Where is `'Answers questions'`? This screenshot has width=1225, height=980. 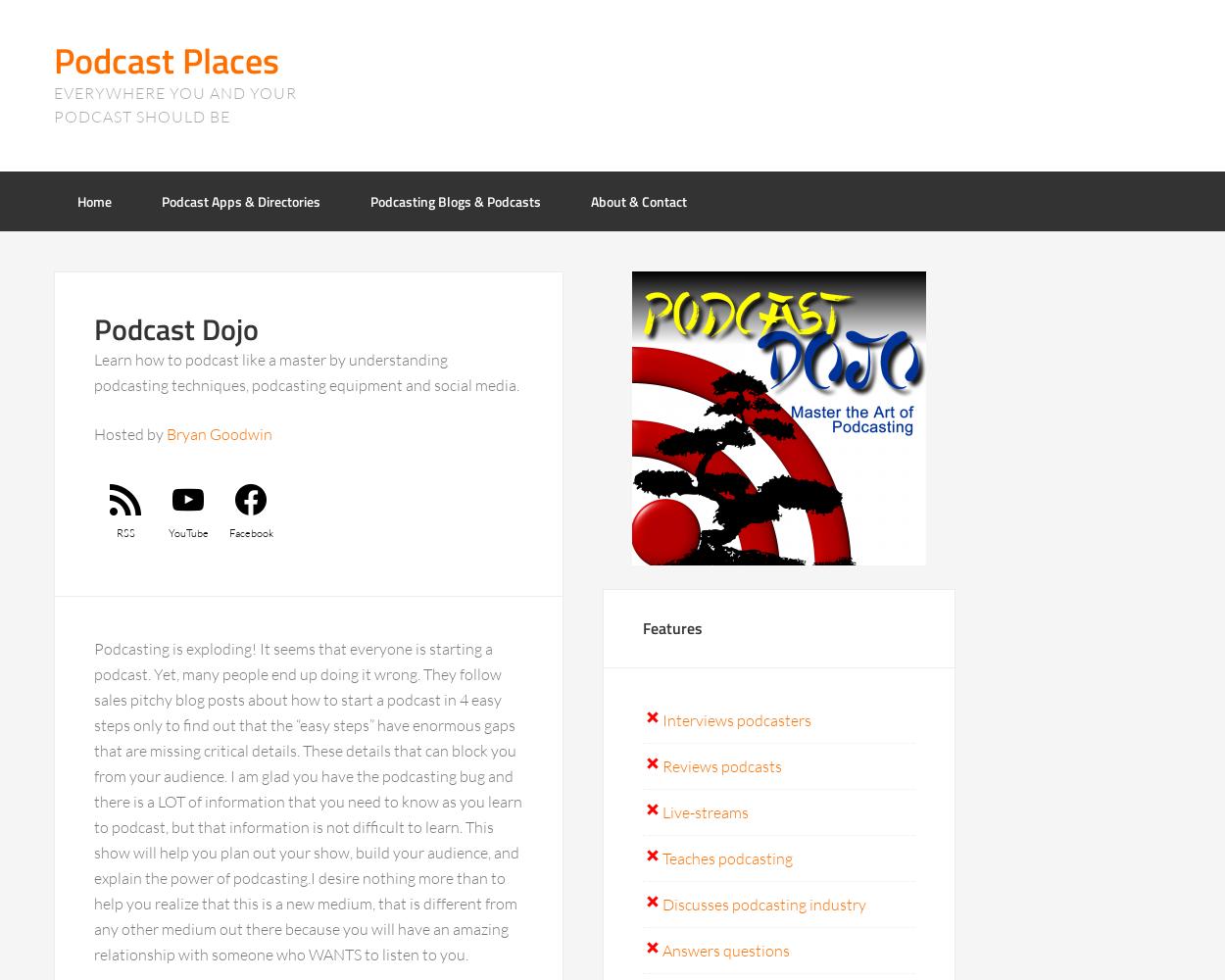 'Answers questions' is located at coordinates (725, 950).